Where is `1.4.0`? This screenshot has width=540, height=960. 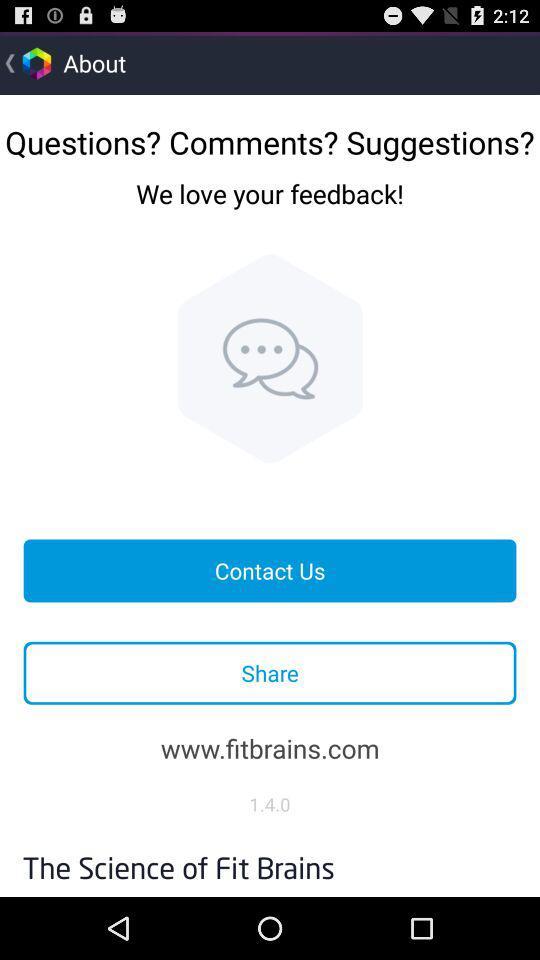
1.4.0 is located at coordinates (270, 804).